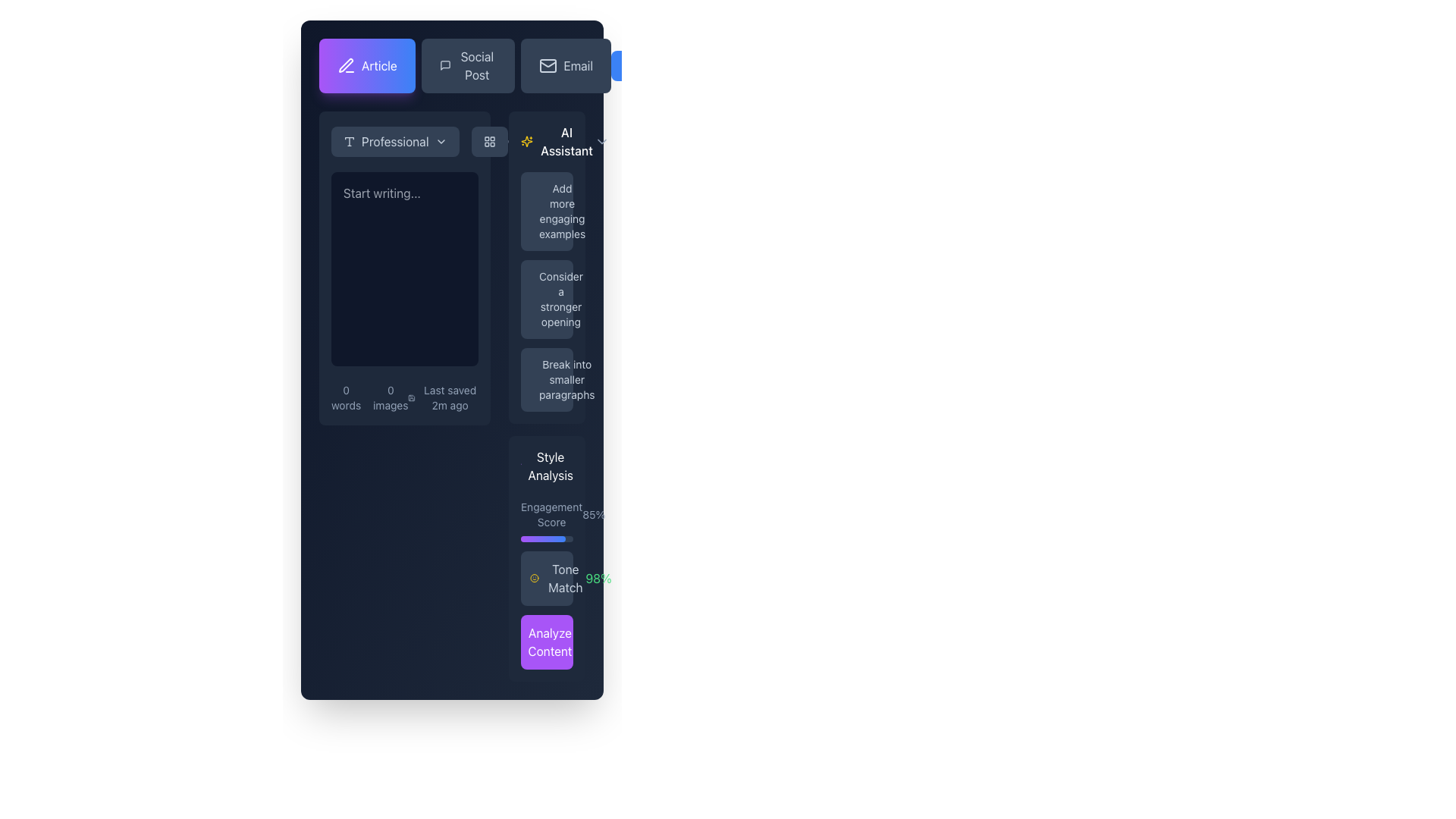 The image size is (1456, 819). What do you see at coordinates (546, 513) in the screenshot?
I see `the engagement metric text display showing '85%' located in the 'Style Analysis' section, which is positioned above a progress bar and below the title 'Style Analysis'` at bounding box center [546, 513].